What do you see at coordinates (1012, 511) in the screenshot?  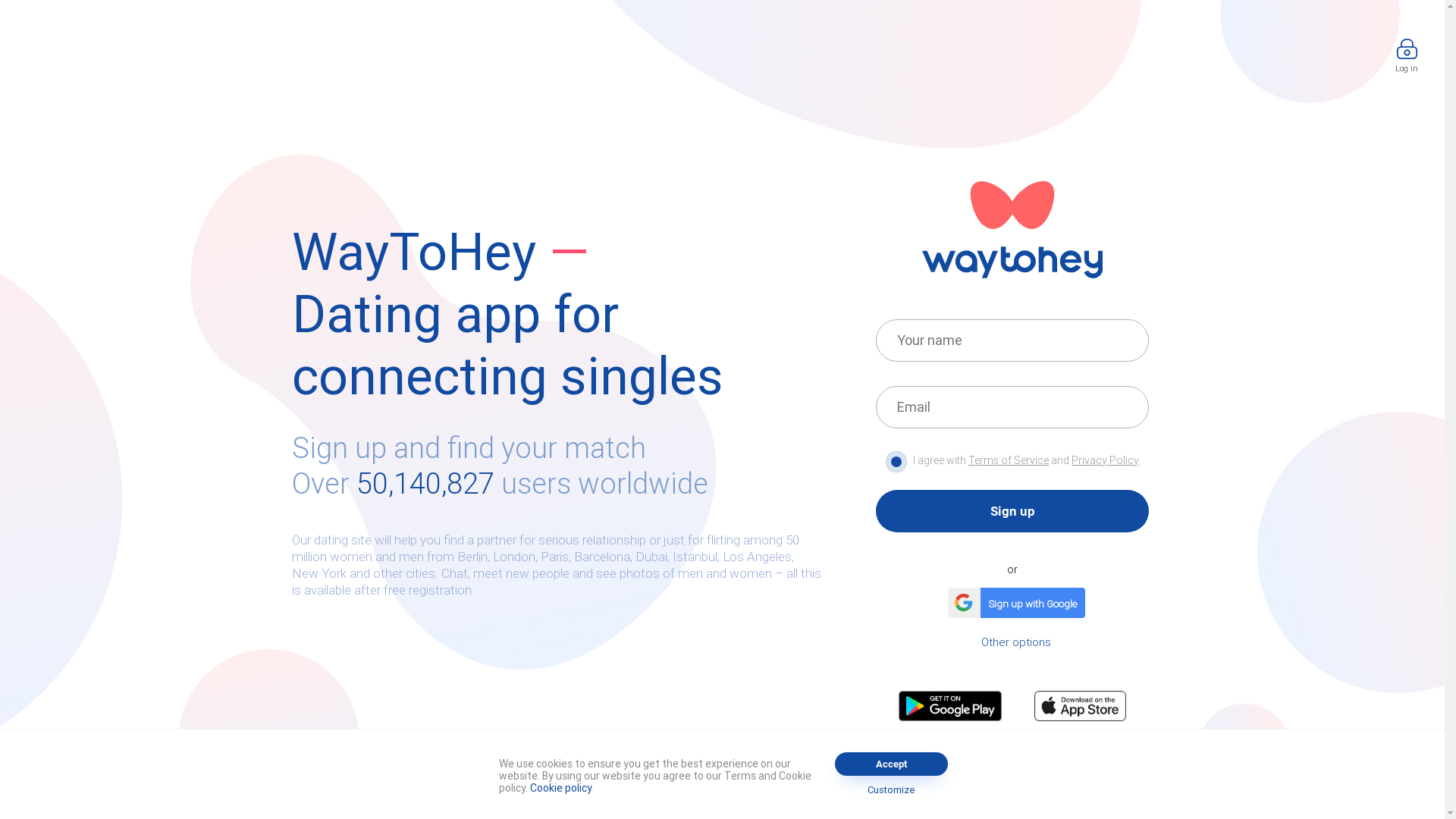 I see `'Sign up'` at bounding box center [1012, 511].